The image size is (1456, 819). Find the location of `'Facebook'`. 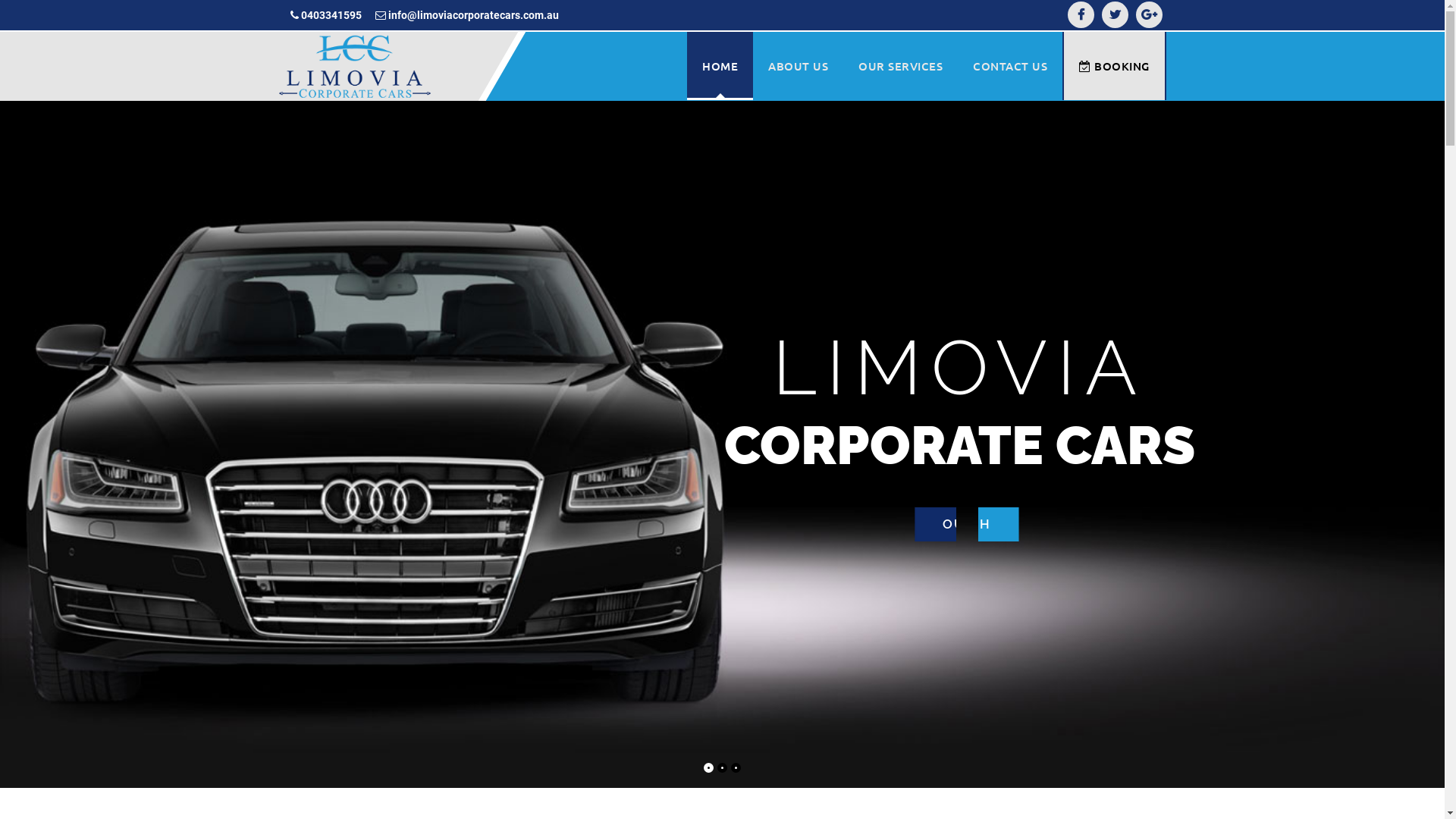

'Facebook' is located at coordinates (1080, 14).